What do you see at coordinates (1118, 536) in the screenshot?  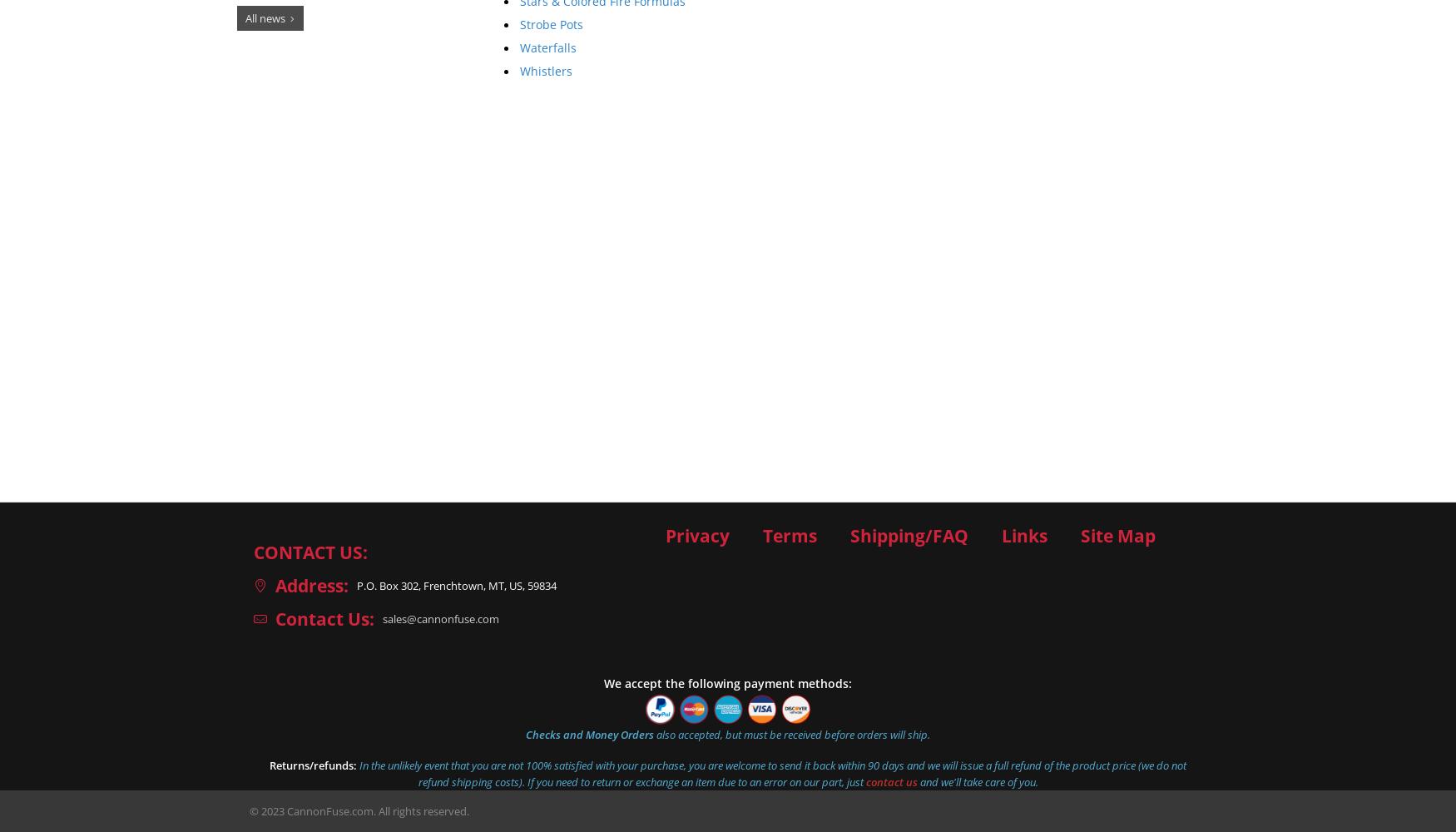 I see `'Site Map'` at bounding box center [1118, 536].